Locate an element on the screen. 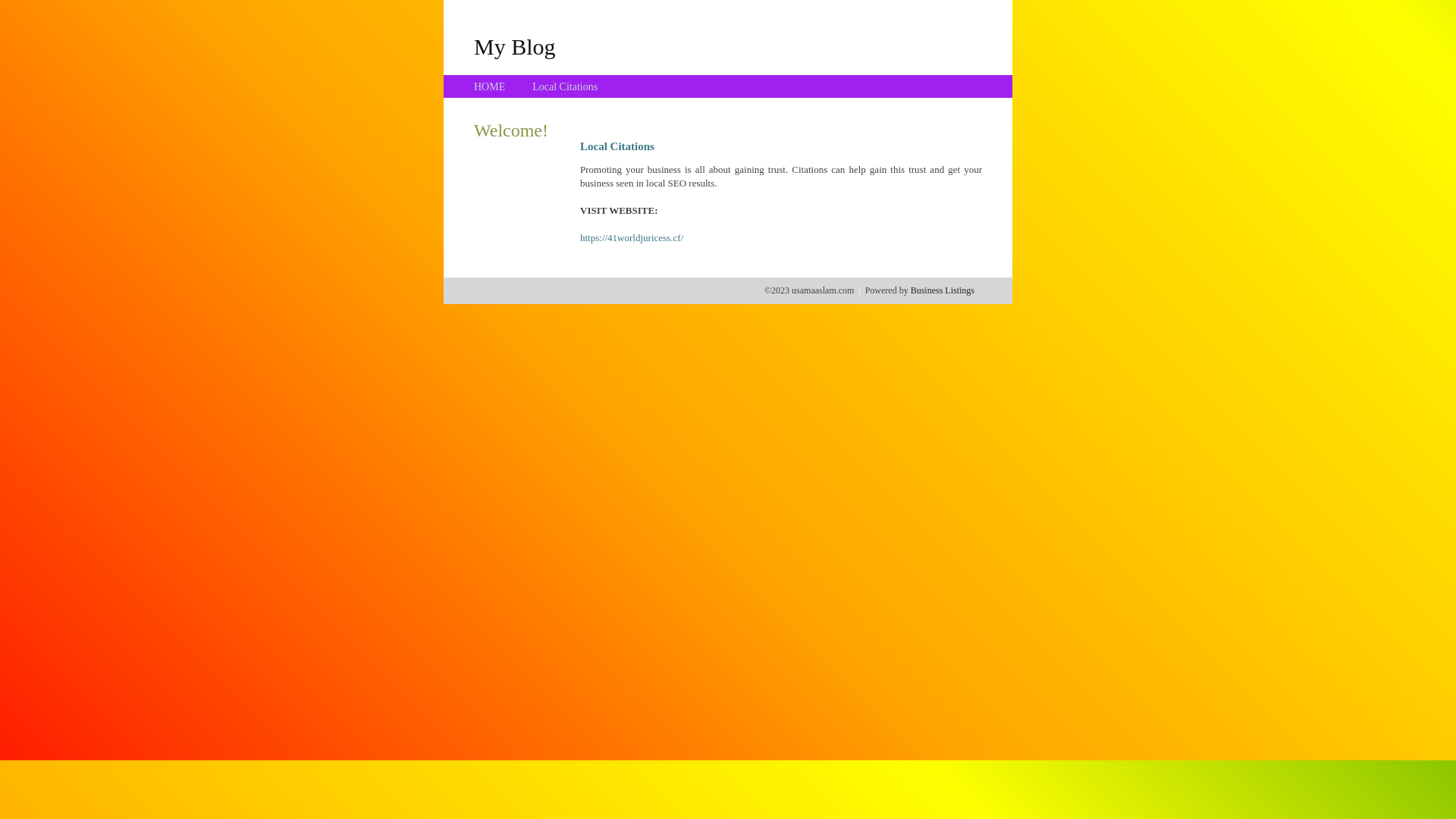 This screenshot has width=1456, height=819. 'My Blog' is located at coordinates (514, 45).